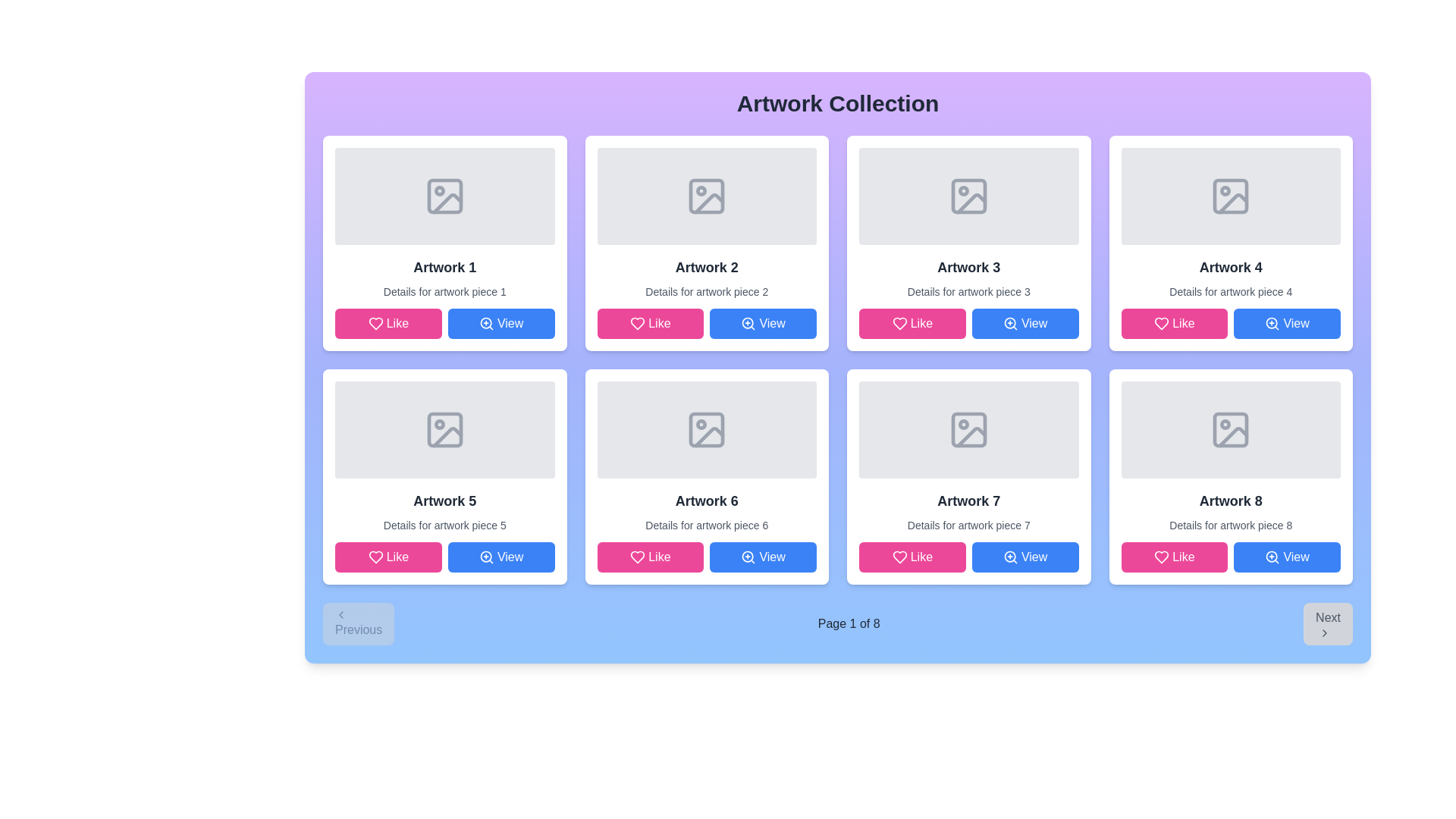 The image size is (1456, 819). I want to click on the heart-shaped 'like' icon located in the sixth card under 'Details for artwork piece 6', so click(638, 557).